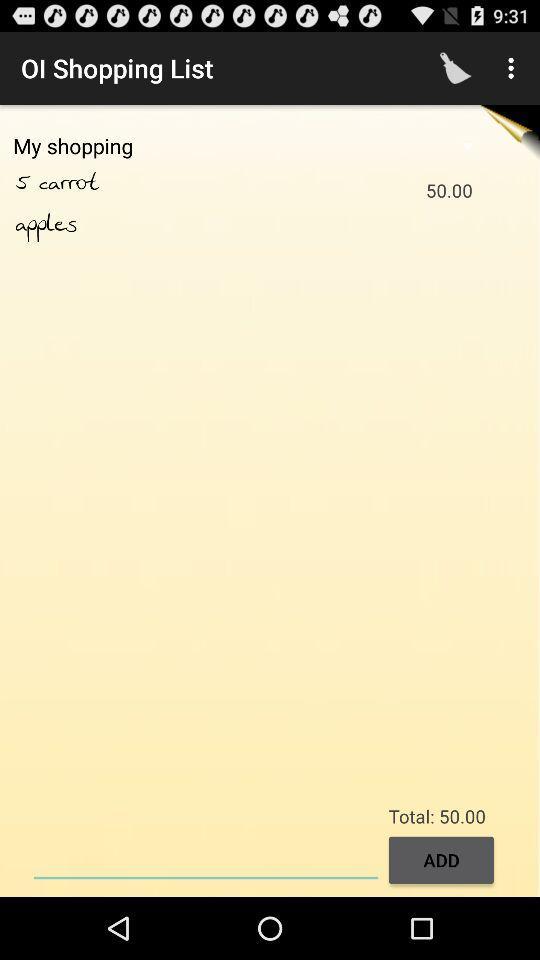 Image resolution: width=540 pixels, height=960 pixels. I want to click on icon below the my shopping app, so click(90, 183).